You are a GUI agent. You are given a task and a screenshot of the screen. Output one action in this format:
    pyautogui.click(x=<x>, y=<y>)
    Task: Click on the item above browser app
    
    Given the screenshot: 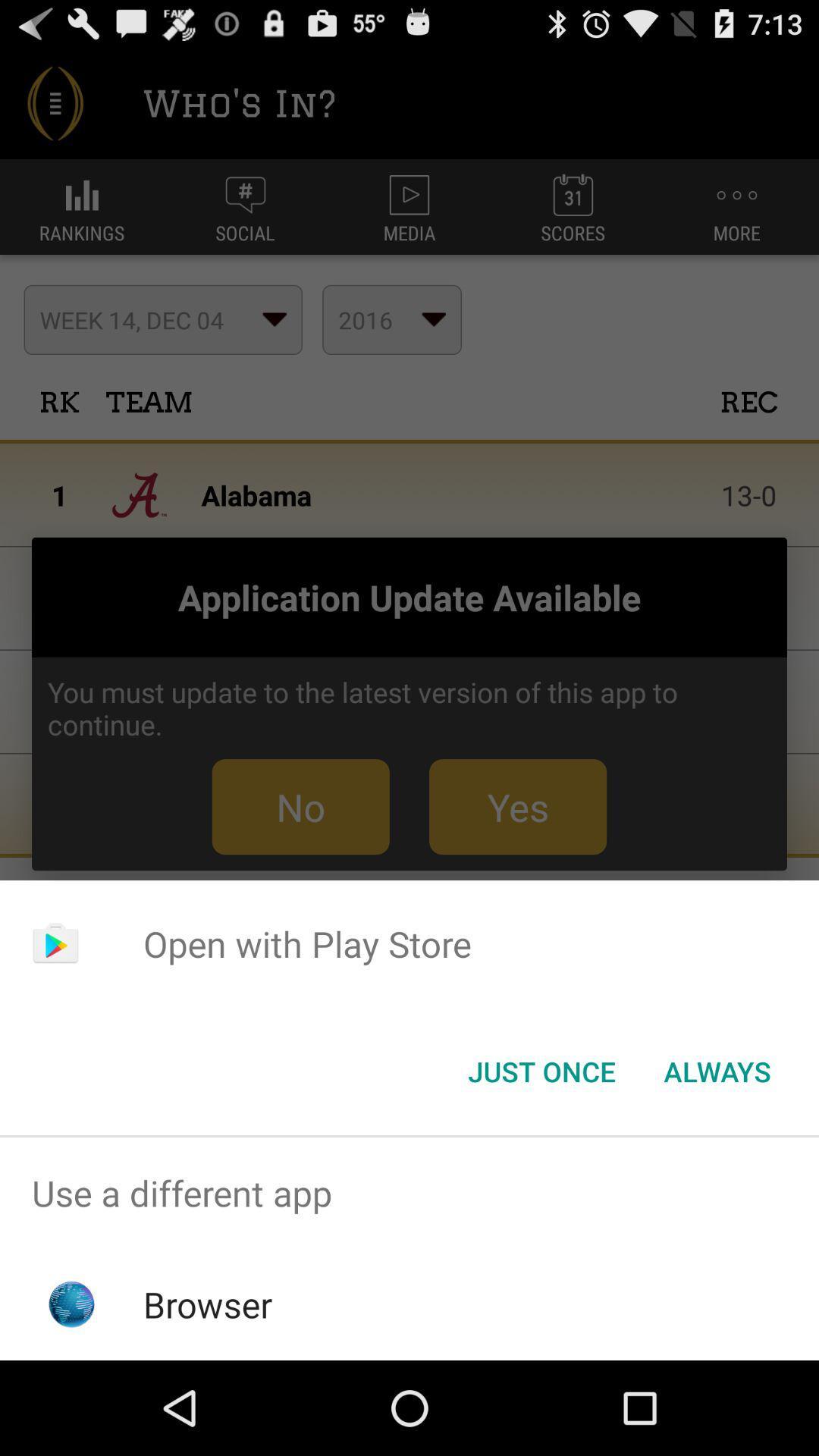 What is the action you would take?
    pyautogui.click(x=409, y=1192)
    